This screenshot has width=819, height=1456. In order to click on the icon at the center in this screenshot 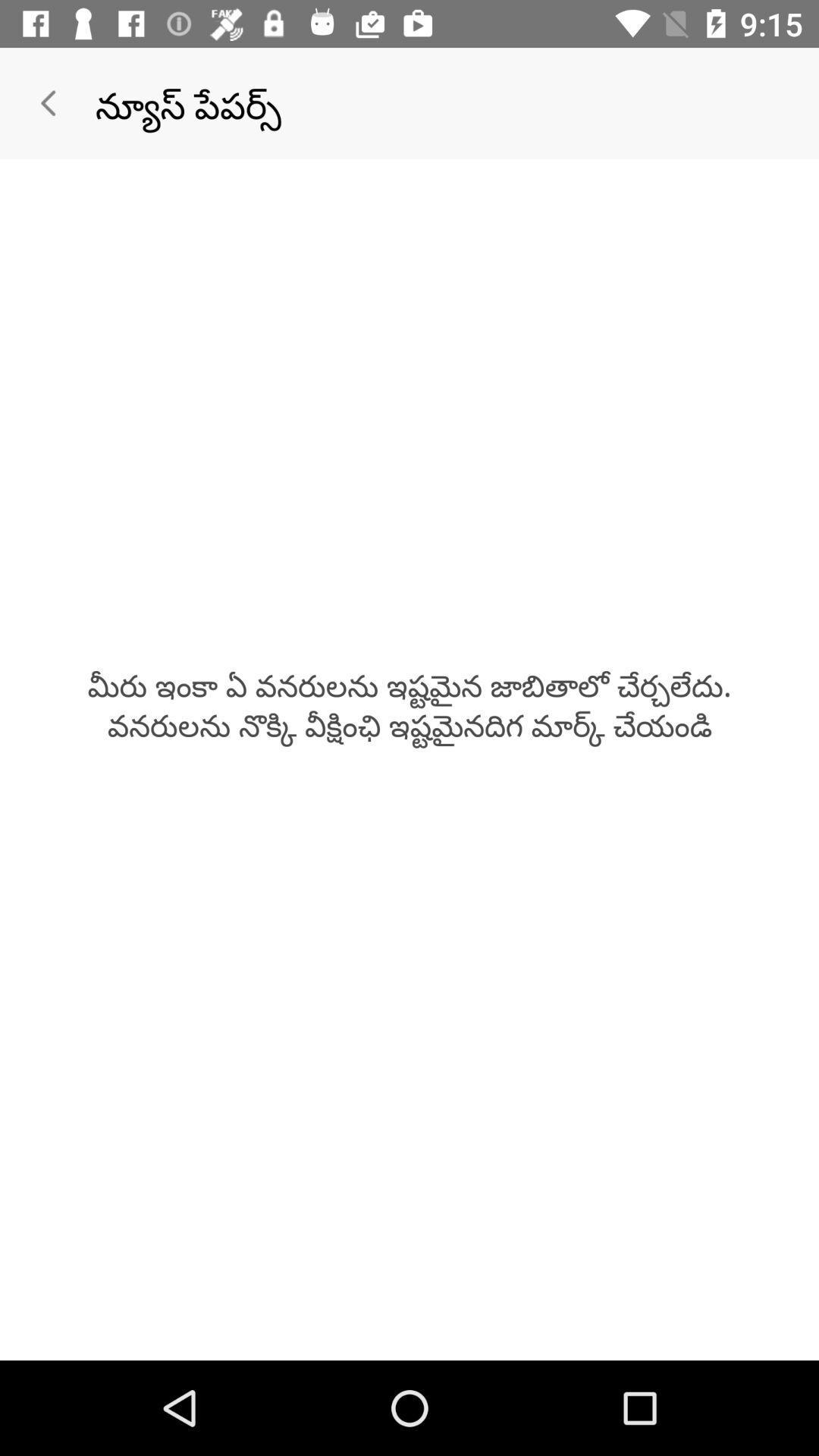, I will do `click(409, 703)`.